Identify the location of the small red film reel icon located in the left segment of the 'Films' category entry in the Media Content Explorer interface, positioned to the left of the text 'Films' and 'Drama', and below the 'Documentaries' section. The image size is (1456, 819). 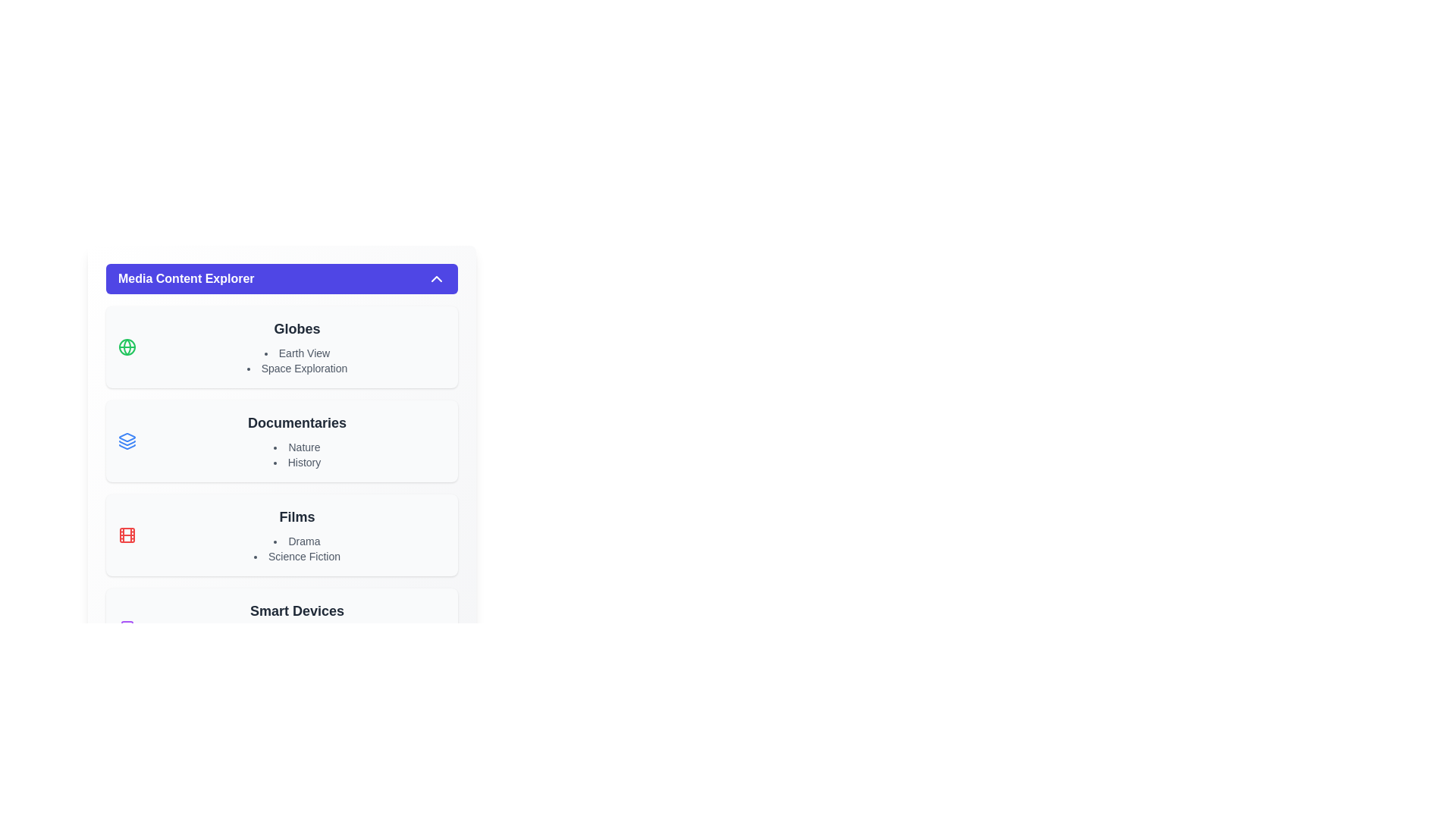
(127, 534).